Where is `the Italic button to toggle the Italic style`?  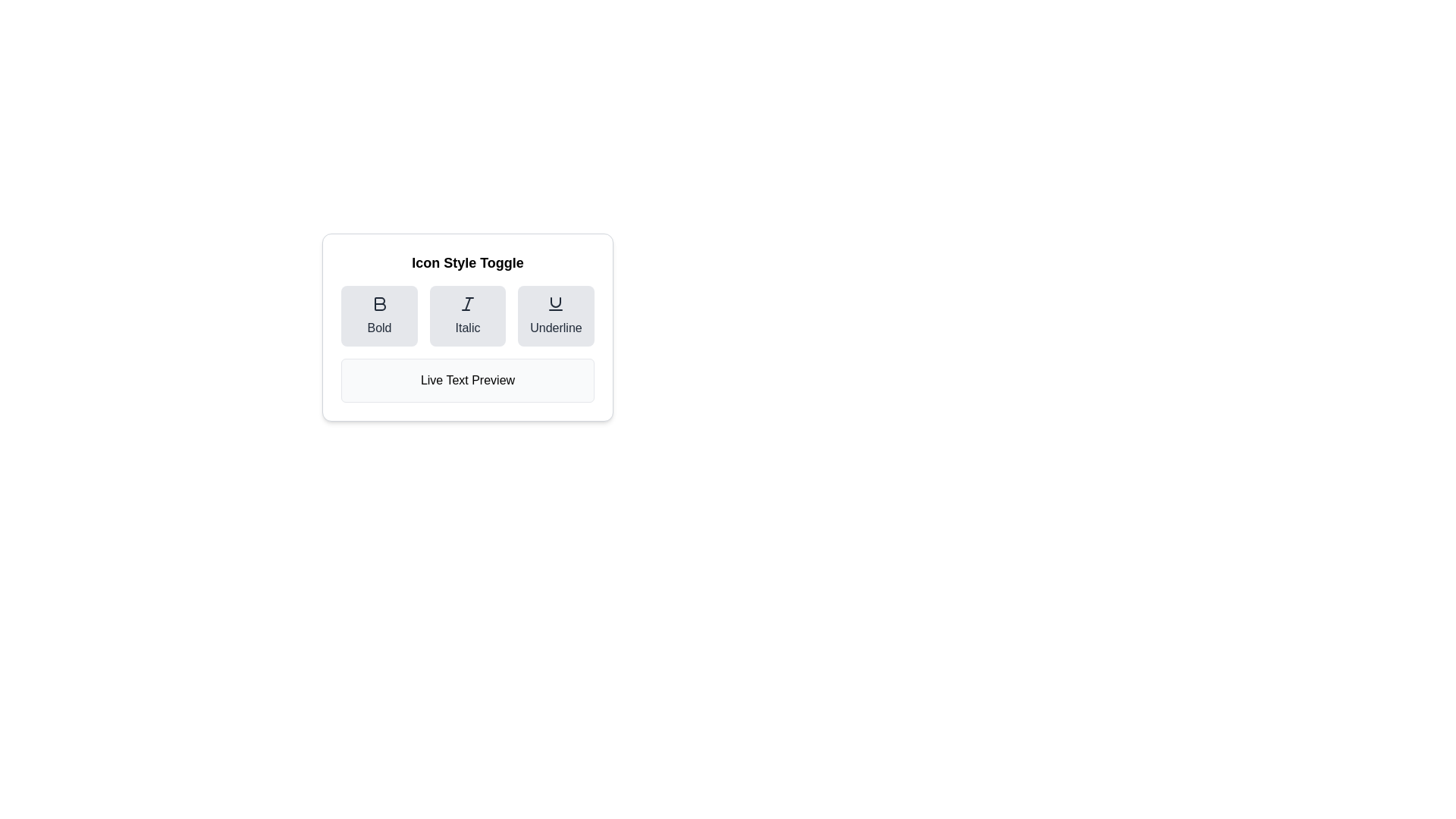 the Italic button to toggle the Italic style is located at coordinates (466, 315).